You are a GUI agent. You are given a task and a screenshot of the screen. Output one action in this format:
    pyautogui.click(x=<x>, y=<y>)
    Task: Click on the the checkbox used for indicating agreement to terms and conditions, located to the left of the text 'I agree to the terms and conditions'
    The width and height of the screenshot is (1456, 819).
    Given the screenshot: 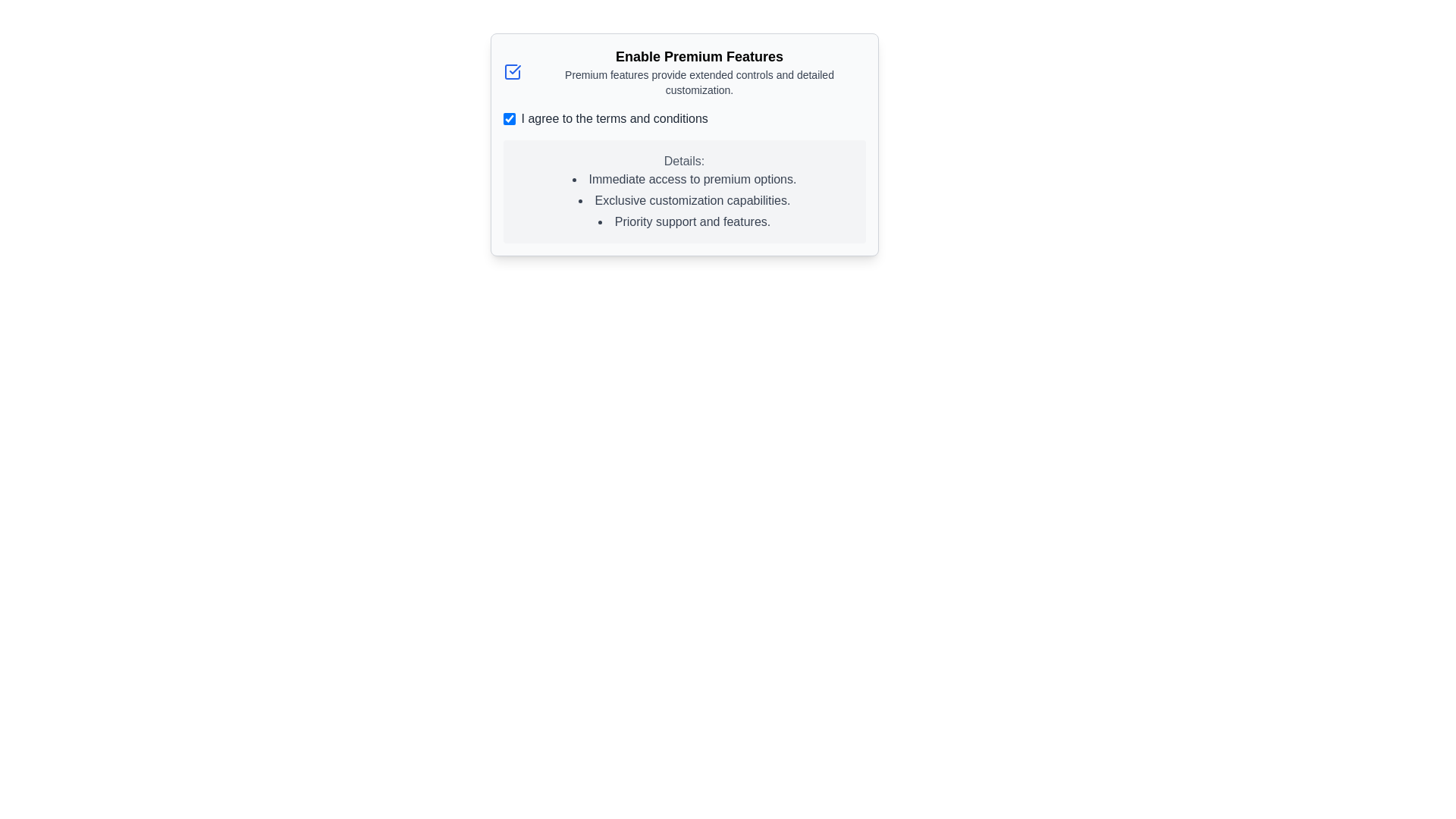 What is the action you would take?
    pyautogui.click(x=509, y=118)
    